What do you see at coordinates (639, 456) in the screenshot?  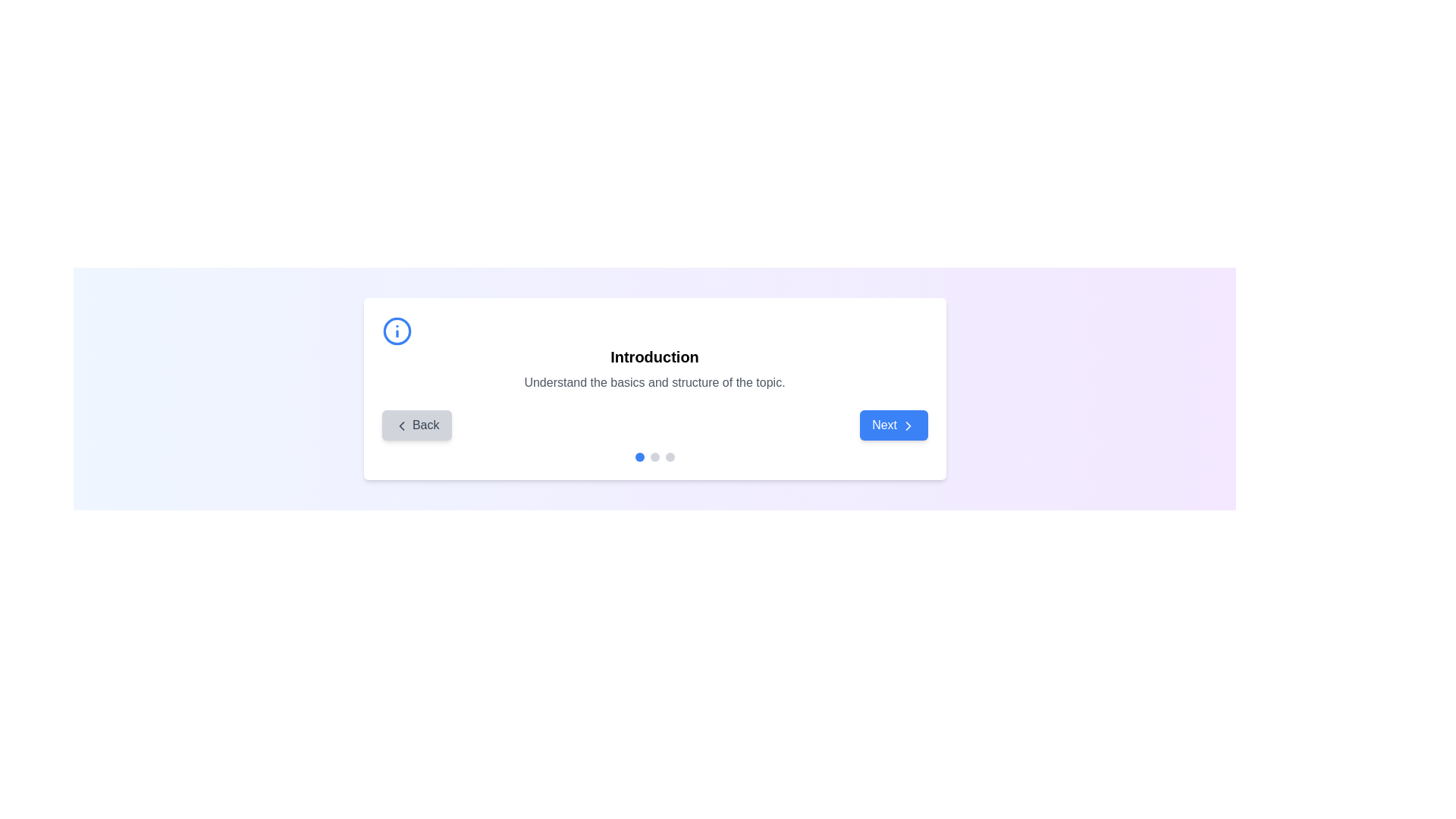 I see `the first blue dot indicator, which is part of a sequence located beneath the 'Introduction' content block` at bounding box center [639, 456].